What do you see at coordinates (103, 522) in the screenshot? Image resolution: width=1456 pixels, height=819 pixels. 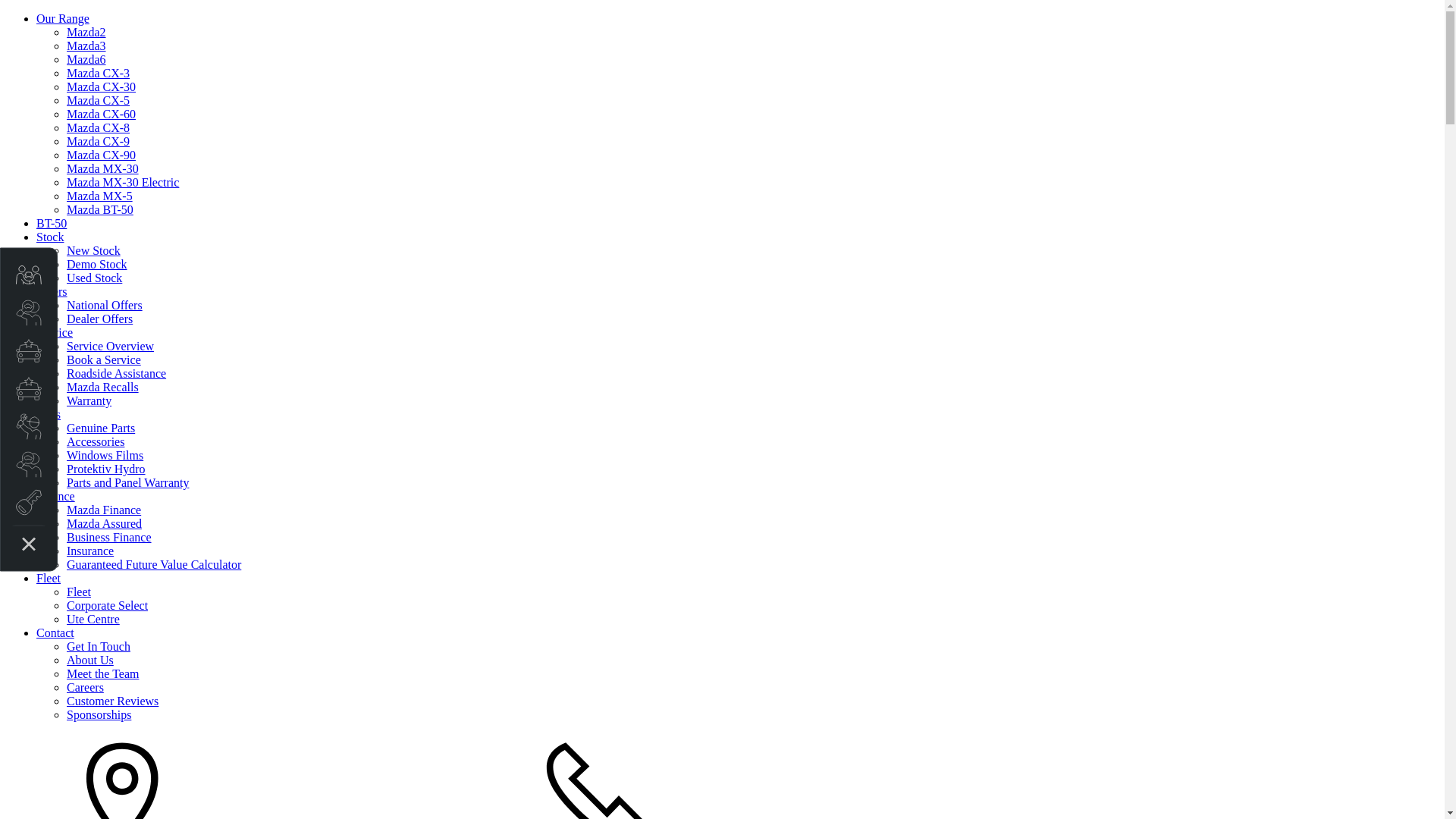 I see `'Mazda Assured'` at bounding box center [103, 522].